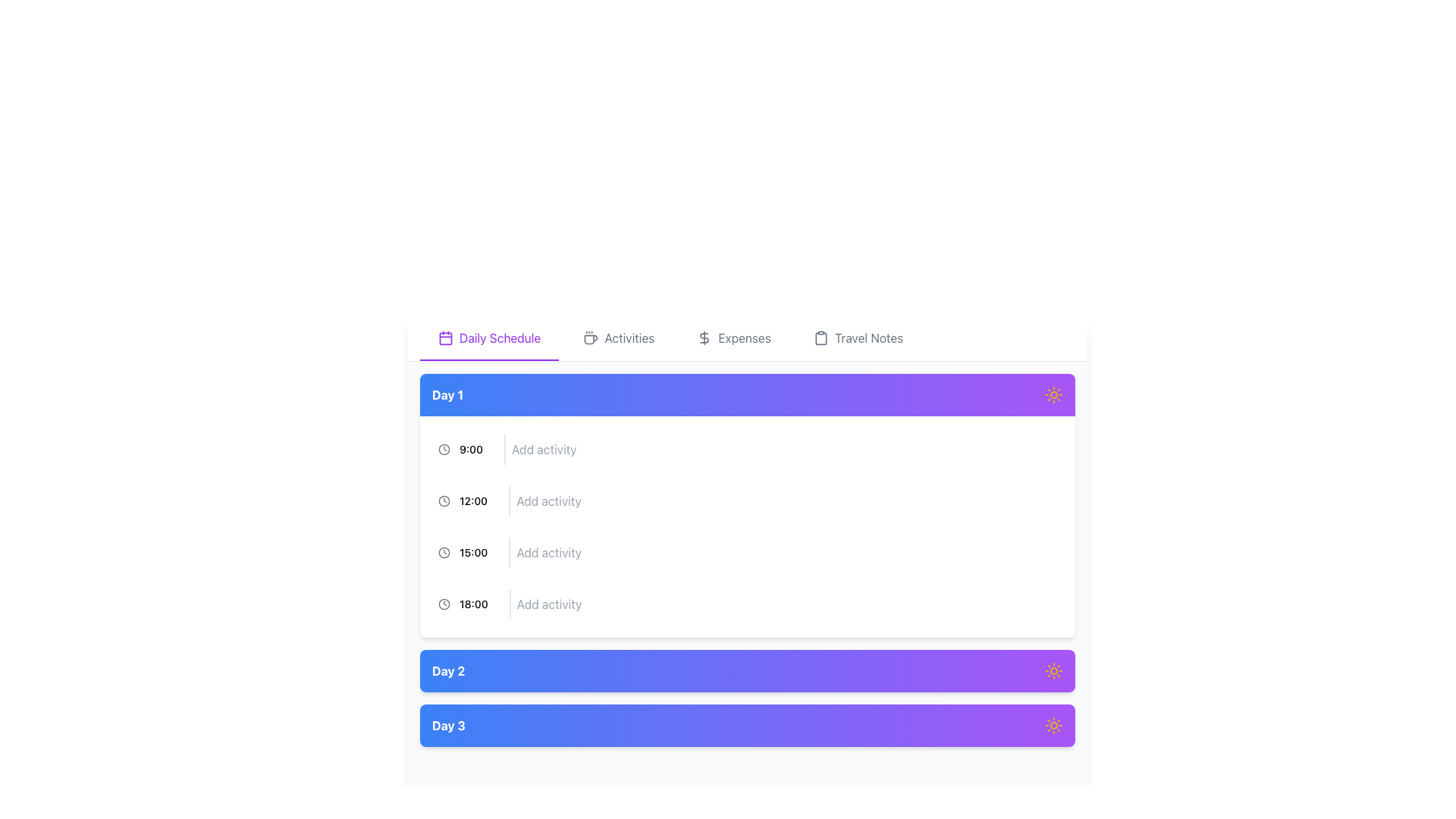 The height and width of the screenshot is (819, 1456). Describe the element at coordinates (443, 500) in the screenshot. I see `the clock icon located in the '12:00' time row, which is positioned directly to the left of the text '12:00' in the 'Day 1' section of the schedule` at that location.